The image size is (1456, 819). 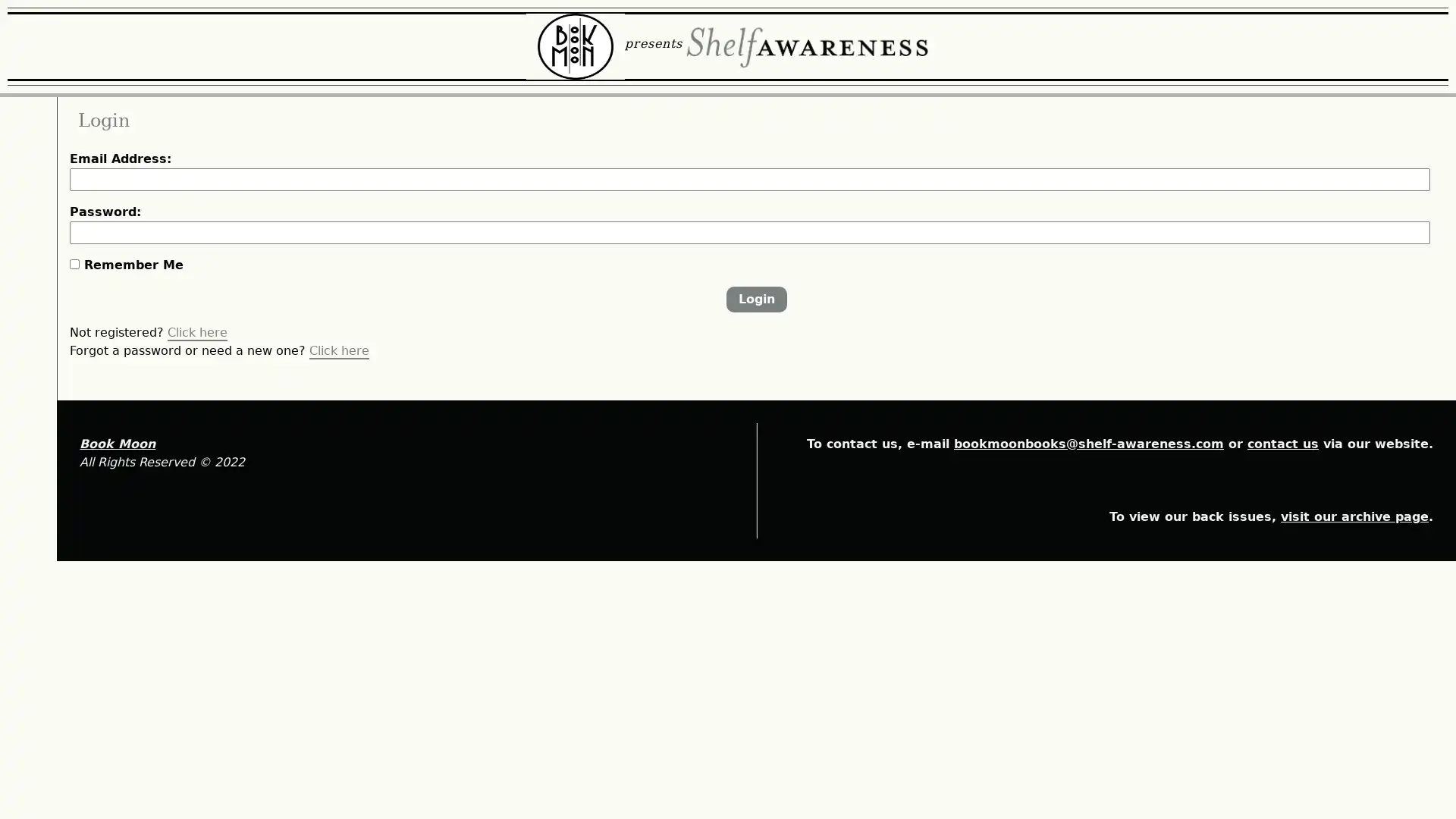 I want to click on Login, so click(x=822, y=391).